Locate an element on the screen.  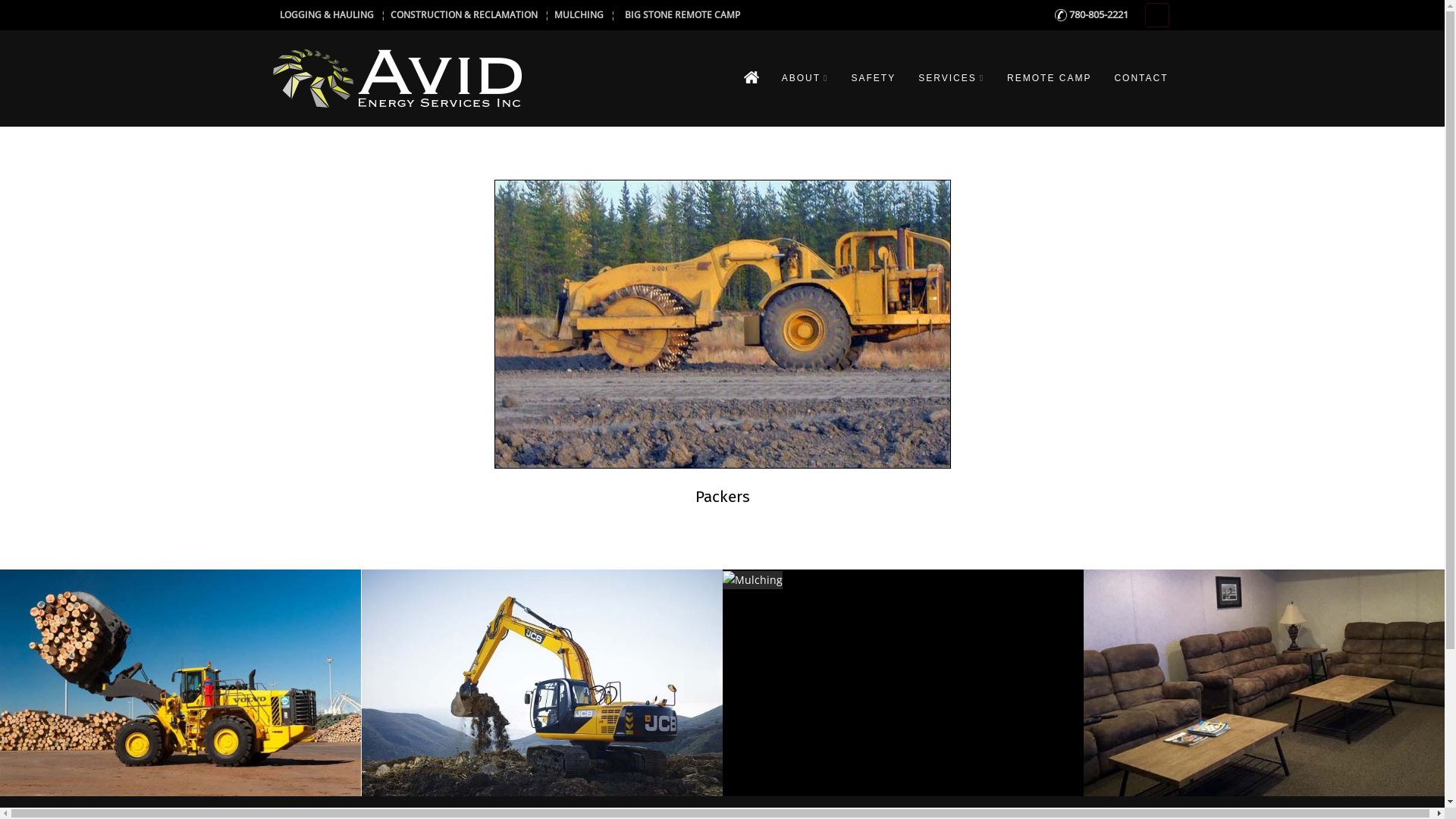
'LOGGING & HAULING' is located at coordinates (325, 14).